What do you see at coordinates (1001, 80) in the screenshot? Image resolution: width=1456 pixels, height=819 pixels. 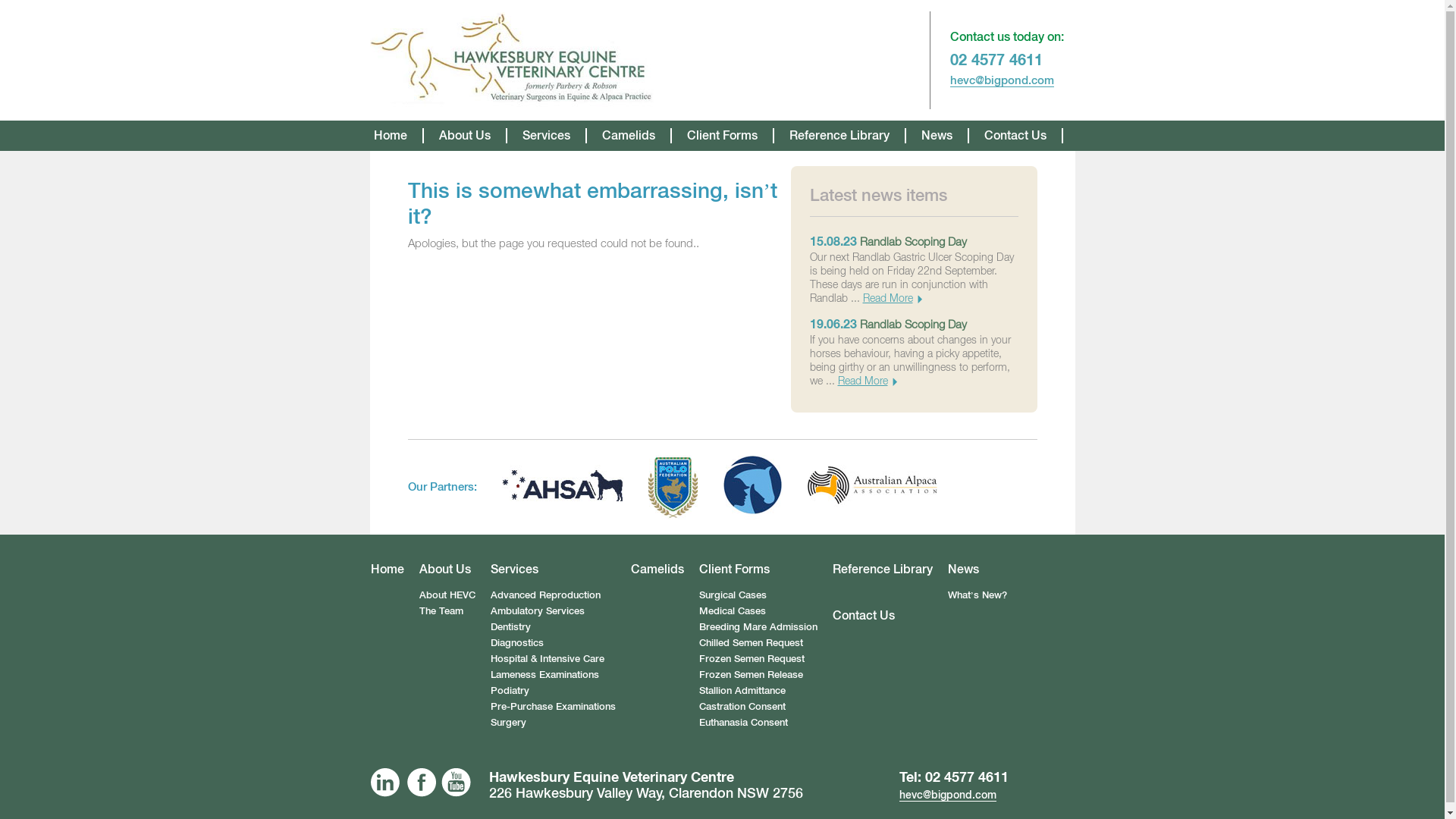 I see `'hevc@bigpond.com'` at bounding box center [1001, 80].